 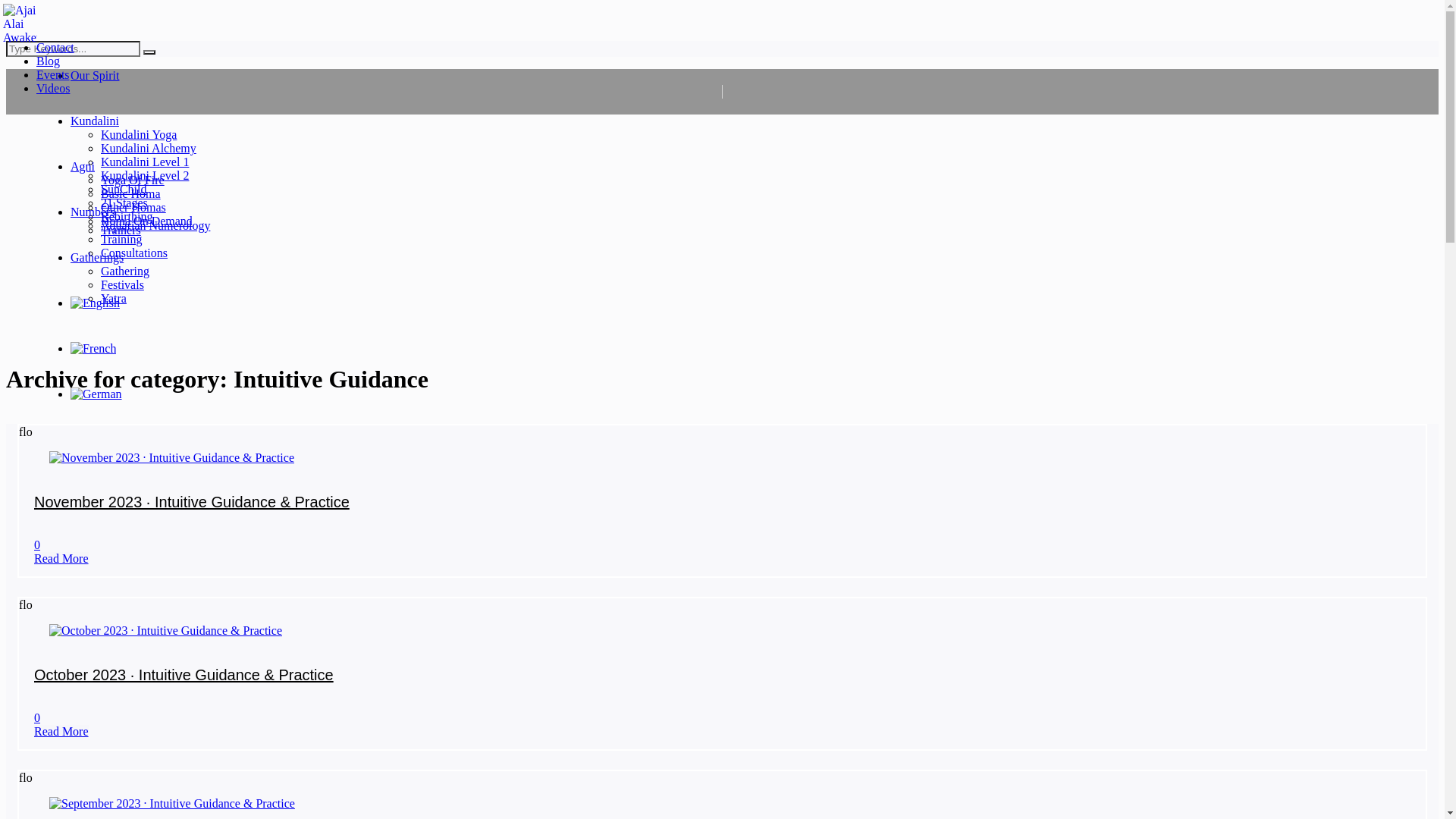 I want to click on 'Gathering', so click(x=124, y=270).